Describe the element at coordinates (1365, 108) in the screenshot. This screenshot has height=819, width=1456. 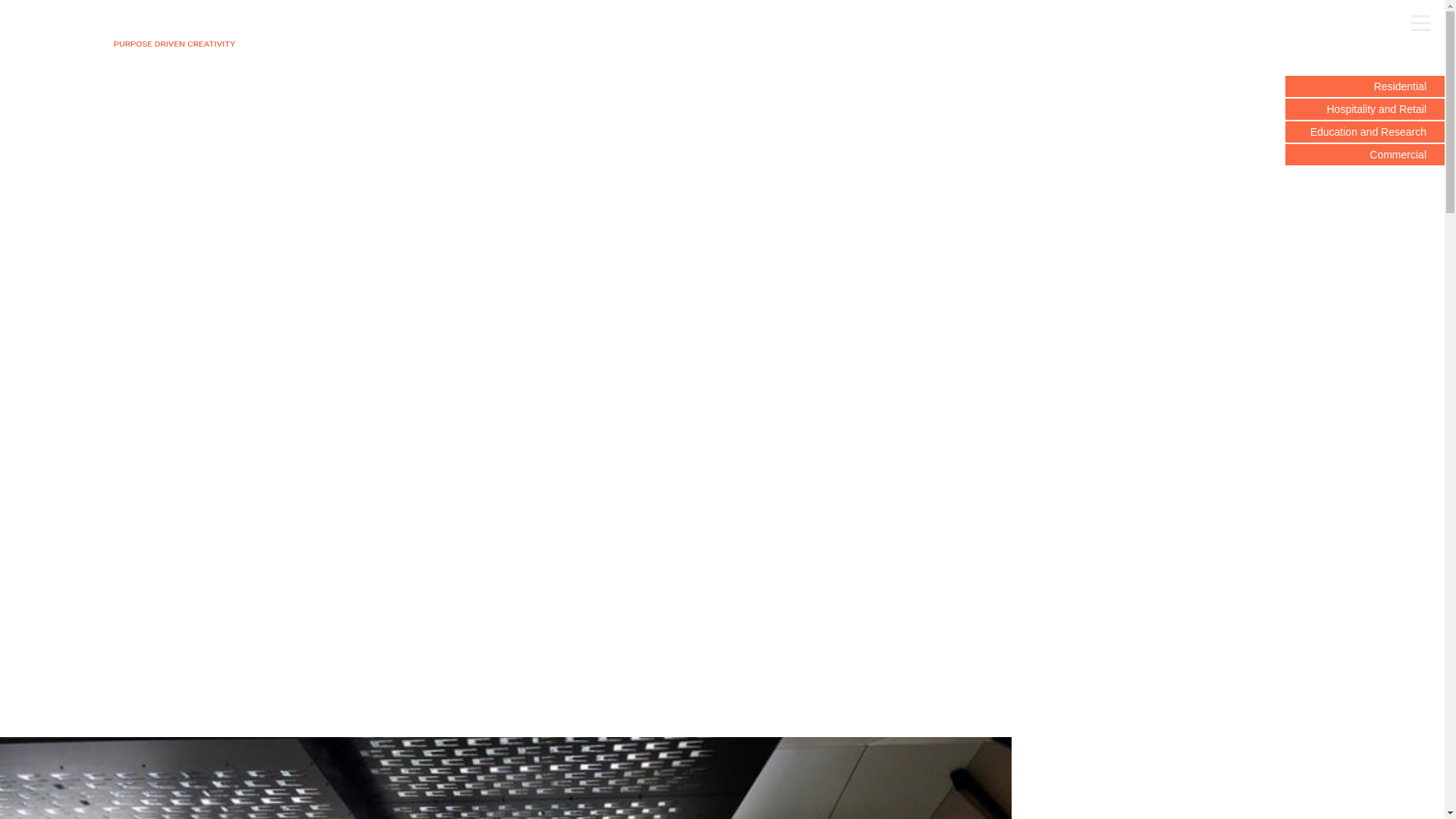
I see `'Hospitality and Retail'` at that location.